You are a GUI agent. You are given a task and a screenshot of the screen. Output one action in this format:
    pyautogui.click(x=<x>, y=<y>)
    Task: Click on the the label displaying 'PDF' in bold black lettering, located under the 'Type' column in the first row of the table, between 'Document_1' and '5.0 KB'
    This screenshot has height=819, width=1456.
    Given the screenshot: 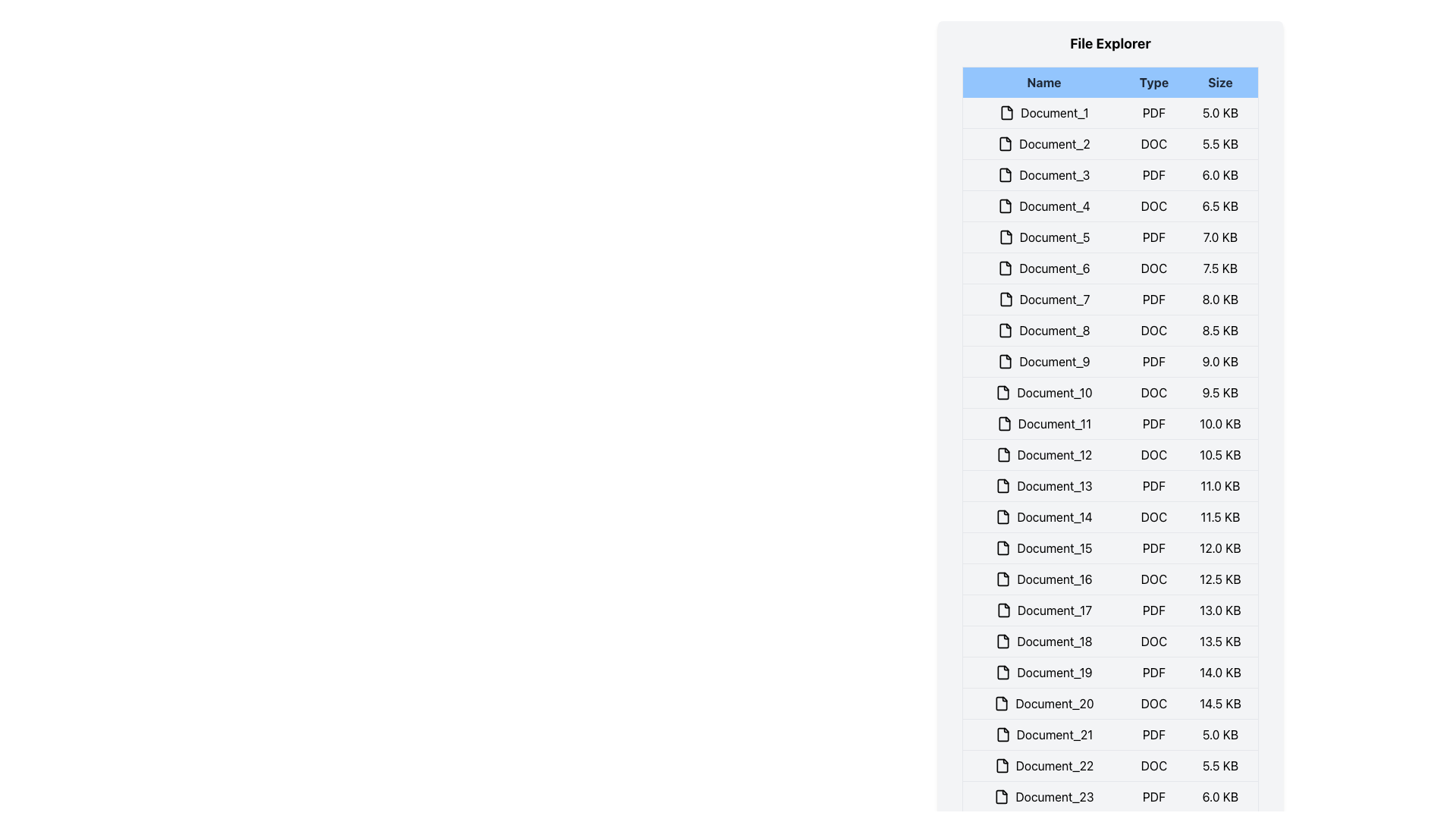 What is the action you would take?
    pyautogui.click(x=1153, y=112)
    